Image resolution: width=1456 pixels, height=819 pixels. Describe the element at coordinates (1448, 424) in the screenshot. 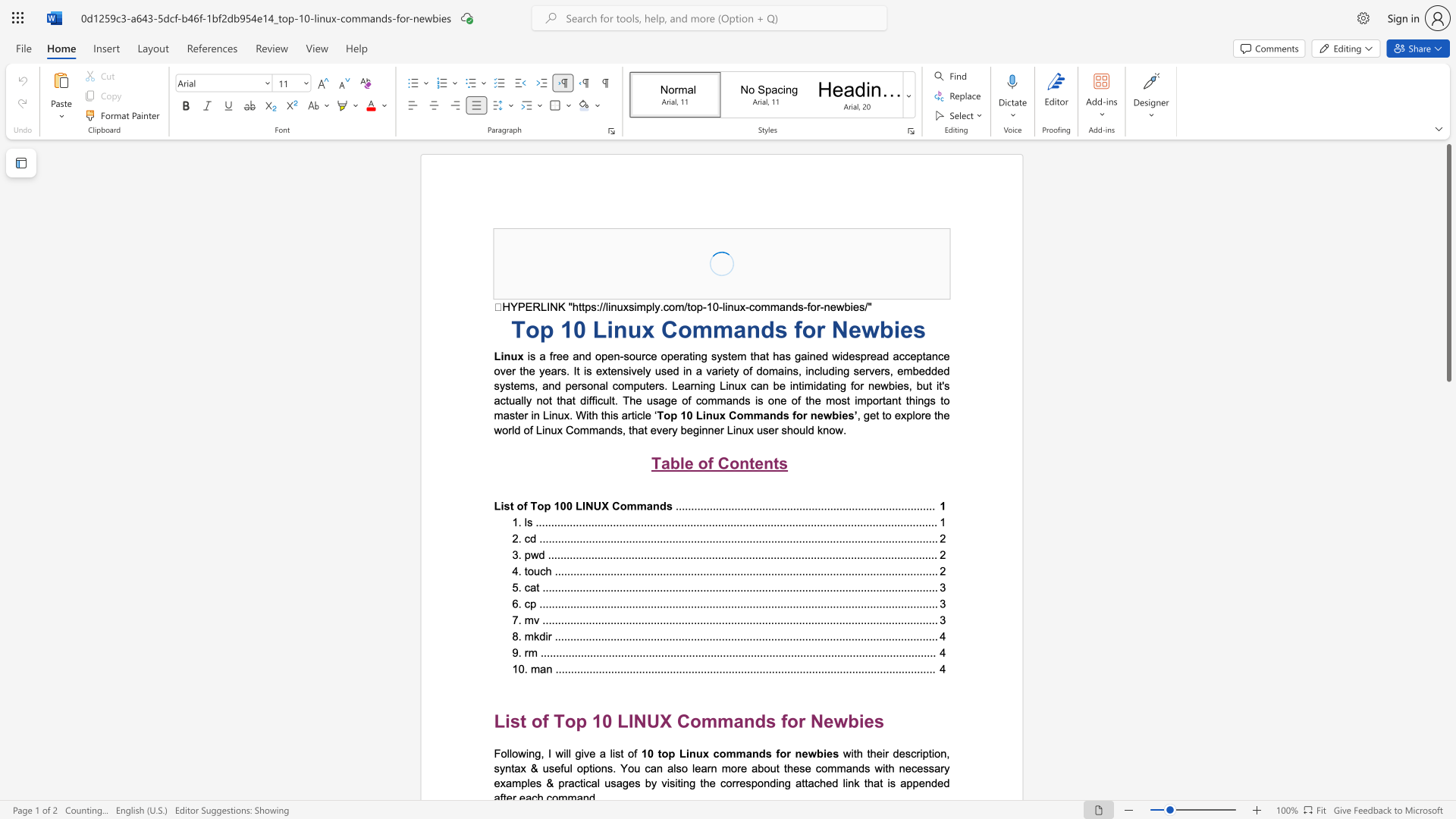

I see `the scrollbar on the right to shift the page lower` at that location.